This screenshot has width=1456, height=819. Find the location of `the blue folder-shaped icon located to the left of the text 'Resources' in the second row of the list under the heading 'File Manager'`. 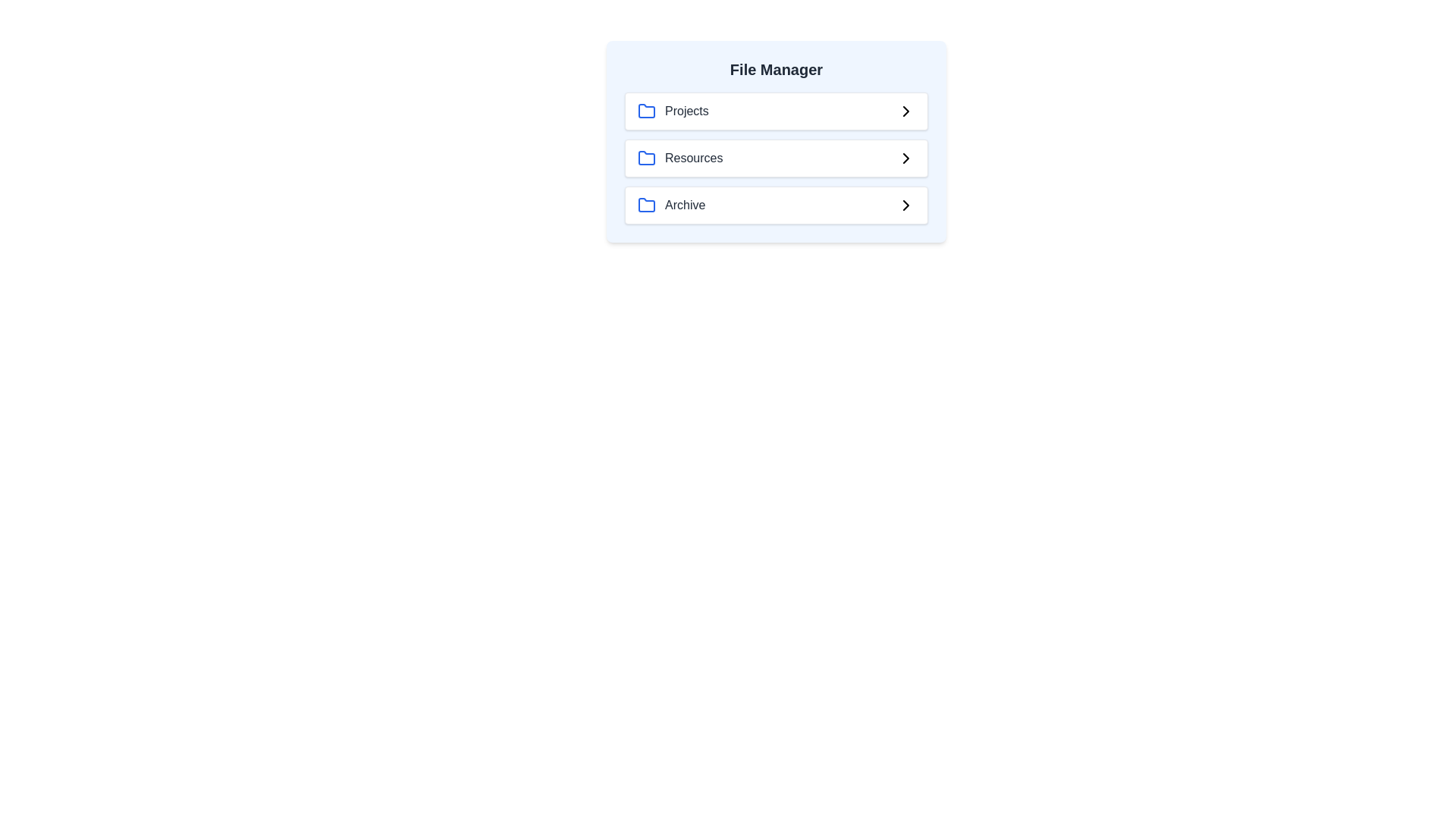

the blue folder-shaped icon located to the left of the text 'Resources' in the second row of the list under the heading 'File Manager' is located at coordinates (647, 158).